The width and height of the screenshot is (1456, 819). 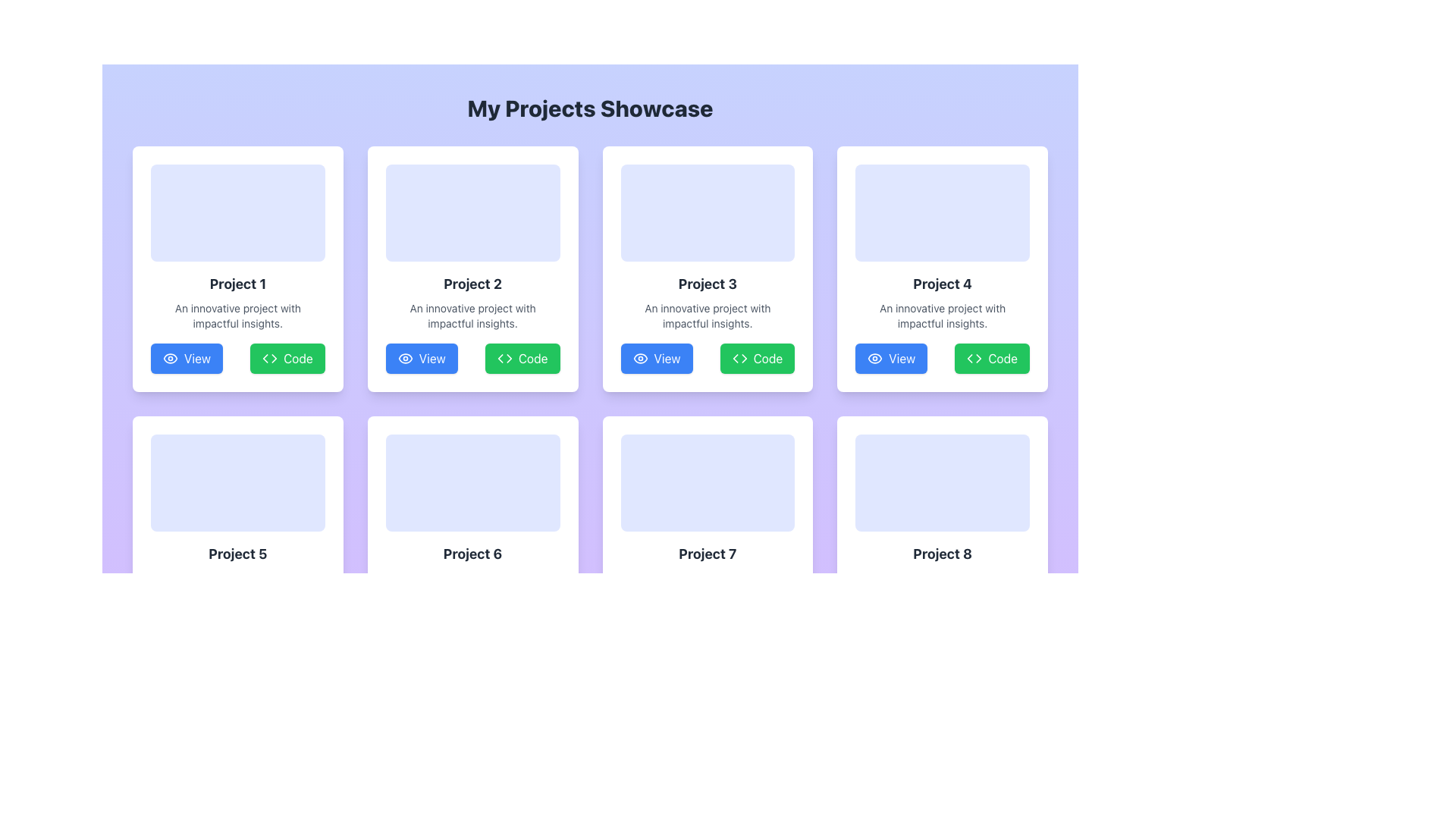 What do you see at coordinates (504, 359) in the screenshot?
I see `the coding icon located in the center of the green 'Code' button in the first row of project cards titled 'Project 2' to interact with it` at bounding box center [504, 359].